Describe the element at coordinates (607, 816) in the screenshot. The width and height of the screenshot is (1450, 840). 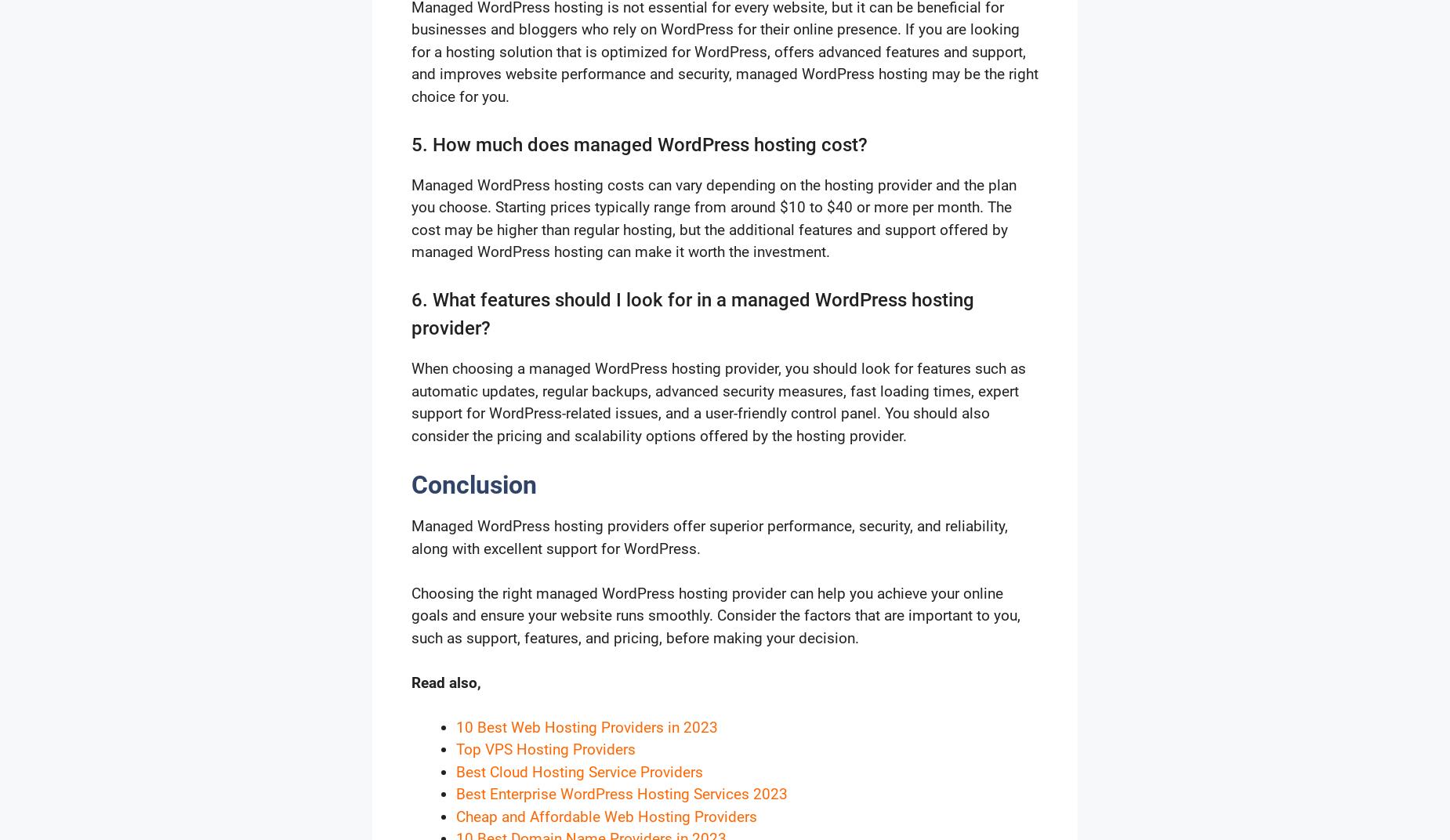
I see `'Cheap and Affordable Web Hosting Providers'` at that location.